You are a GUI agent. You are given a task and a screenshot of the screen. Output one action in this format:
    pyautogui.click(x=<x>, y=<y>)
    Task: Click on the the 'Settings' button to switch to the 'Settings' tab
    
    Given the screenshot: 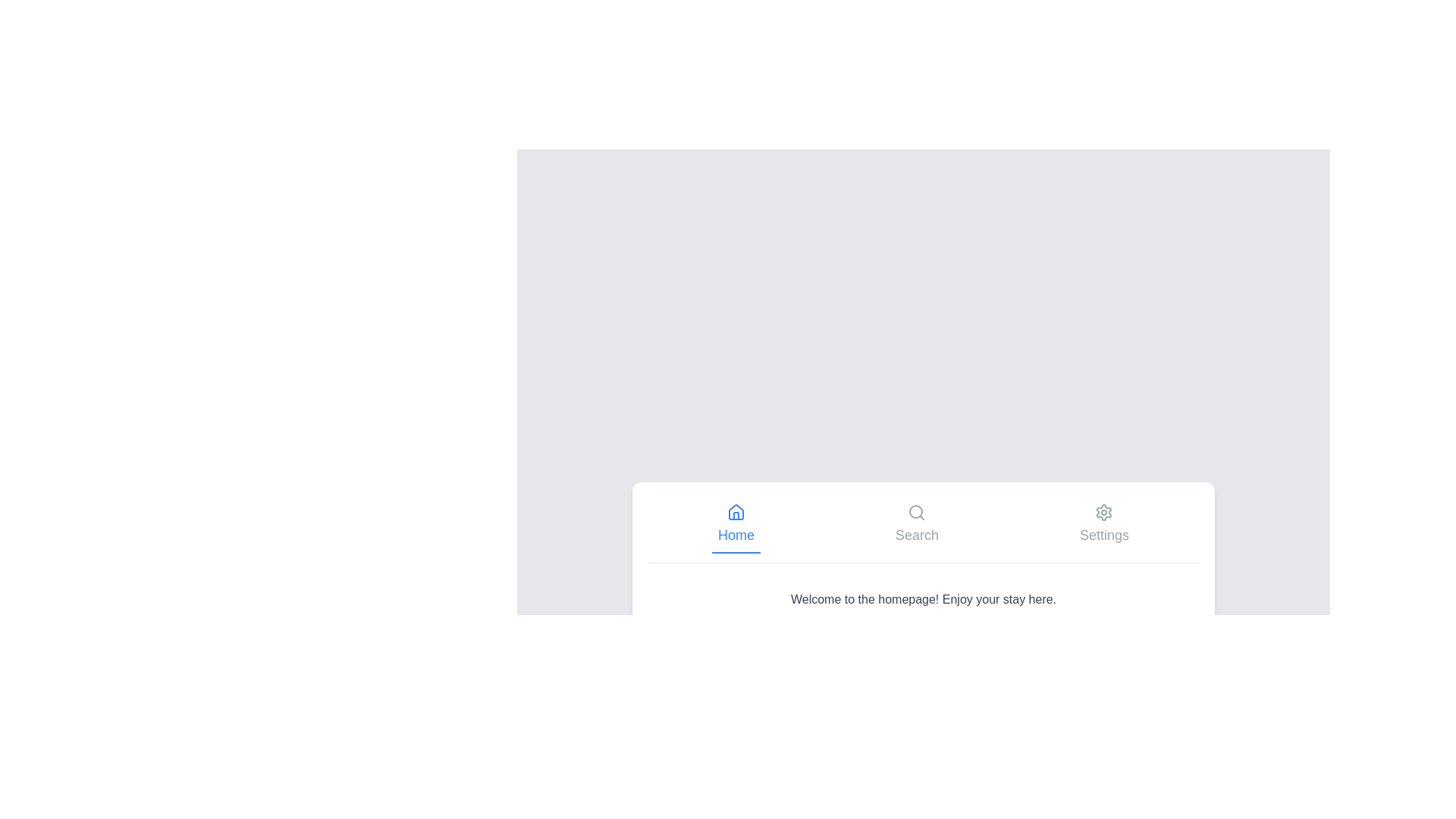 What is the action you would take?
    pyautogui.click(x=1103, y=523)
    